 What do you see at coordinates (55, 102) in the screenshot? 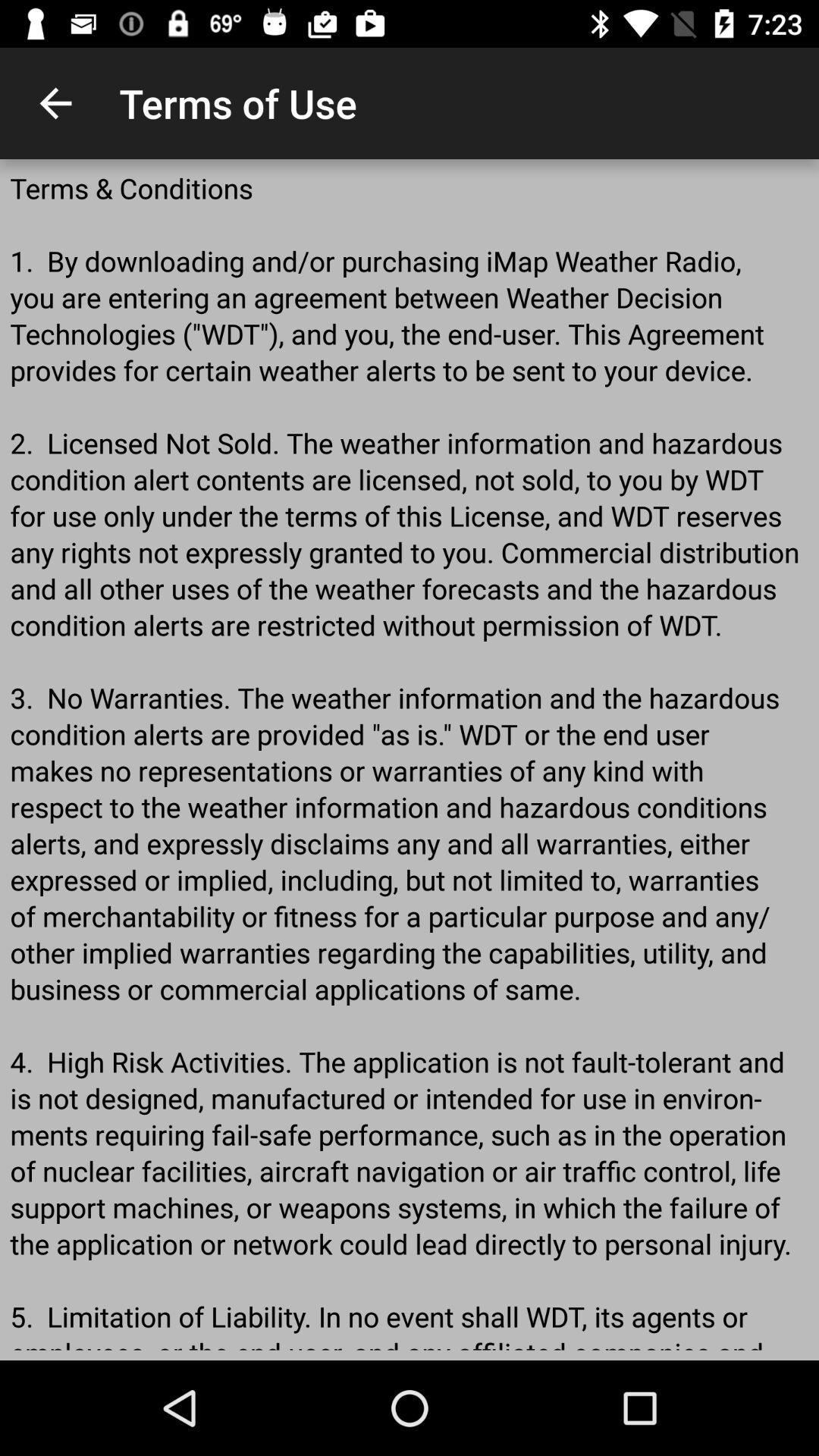
I see `the item to the left of the terms of use app` at bounding box center [55, 102].